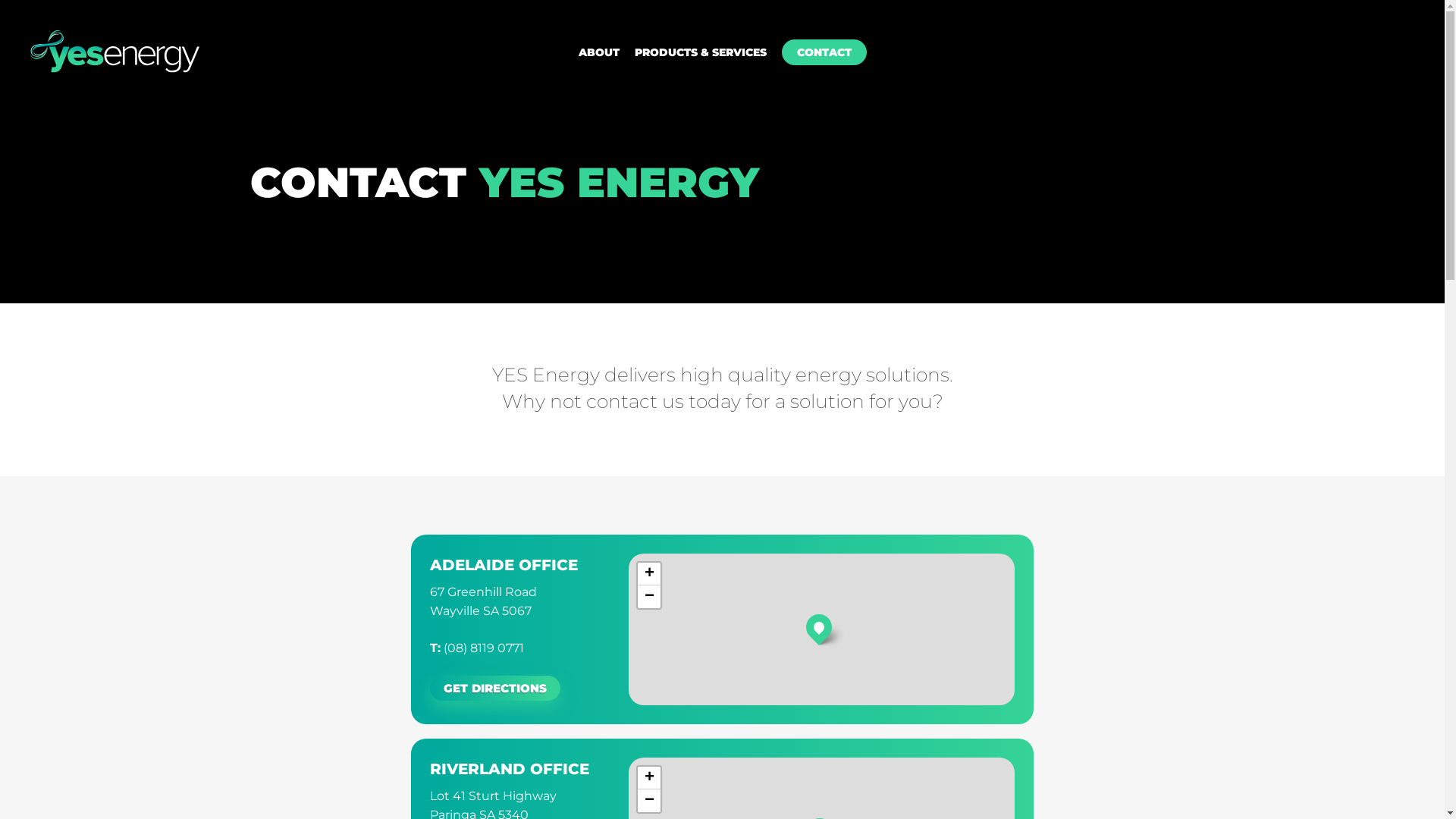 This screenshot has width=1456, height=819. What do you see at coordinates (1407, 8) in the screenshot?
I see `'Menu'` at bounding box center [1407, 8].